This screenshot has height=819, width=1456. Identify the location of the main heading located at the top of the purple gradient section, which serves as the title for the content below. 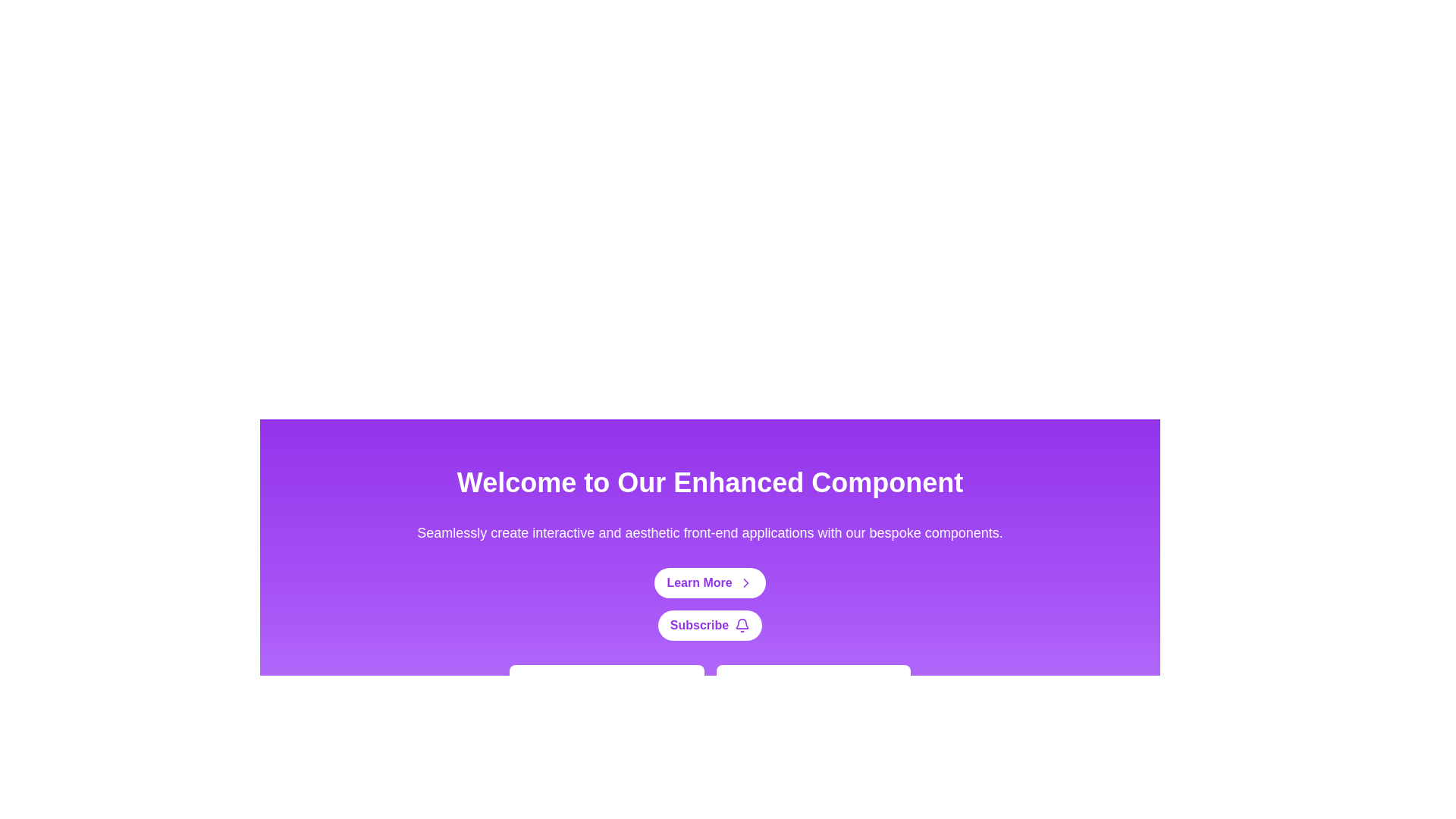
(709, 482).